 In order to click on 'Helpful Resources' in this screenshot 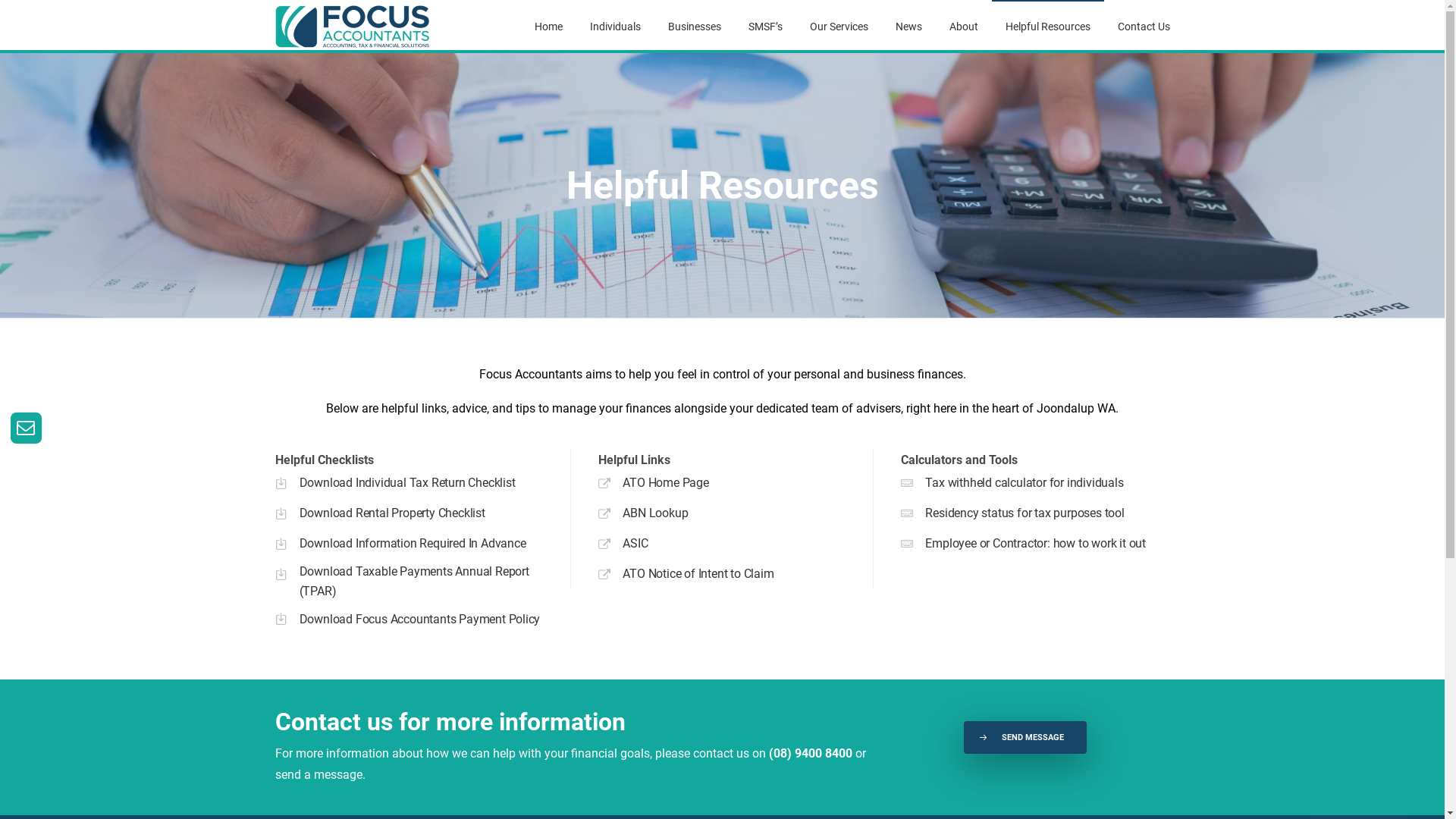, I will do `click(1047, 26)`.